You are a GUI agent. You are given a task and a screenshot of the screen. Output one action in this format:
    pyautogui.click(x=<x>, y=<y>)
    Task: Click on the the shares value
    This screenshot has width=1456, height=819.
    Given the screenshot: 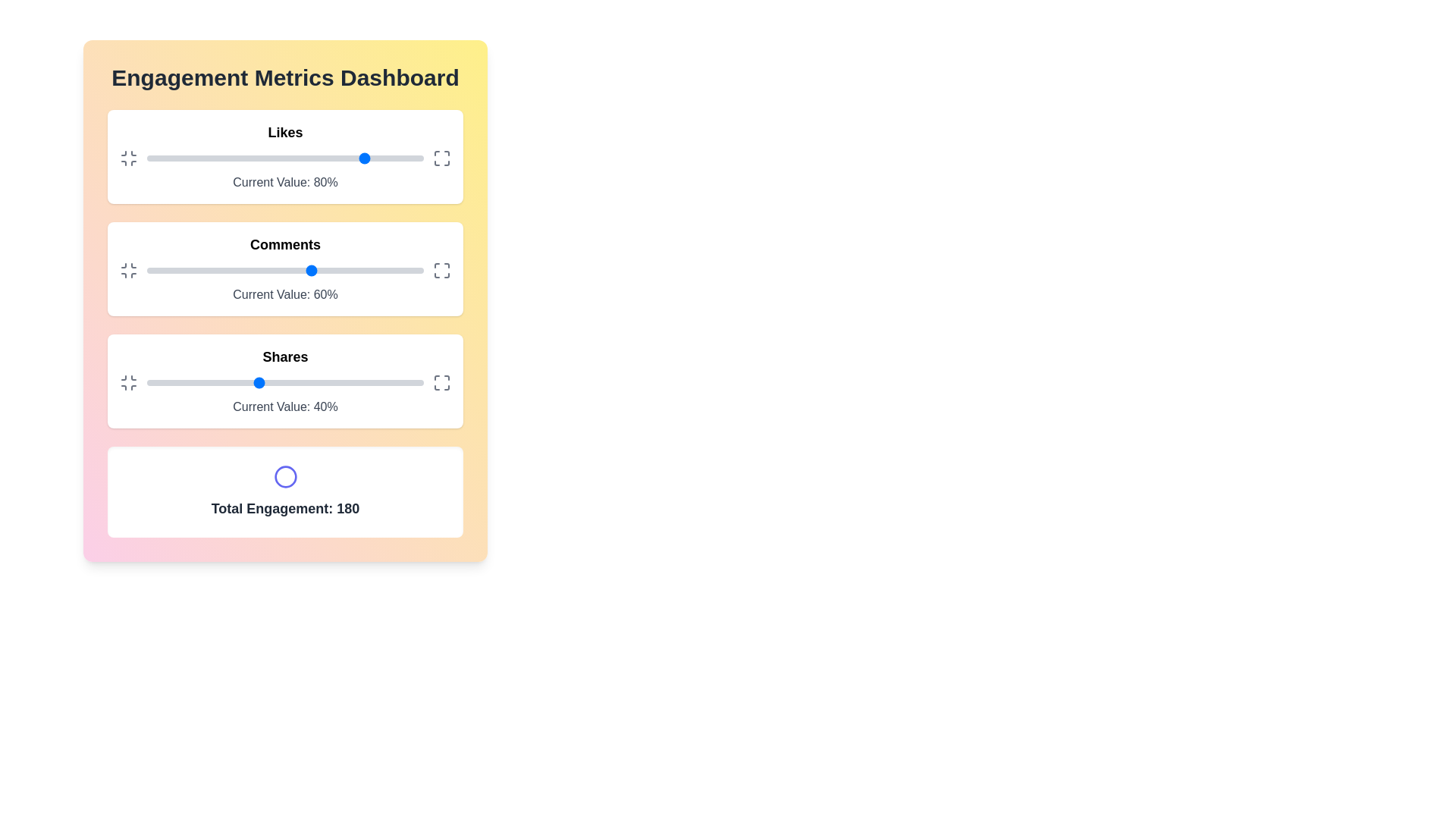 What is the action you would take?
    pyautogui.click(x=379, y=382)
    